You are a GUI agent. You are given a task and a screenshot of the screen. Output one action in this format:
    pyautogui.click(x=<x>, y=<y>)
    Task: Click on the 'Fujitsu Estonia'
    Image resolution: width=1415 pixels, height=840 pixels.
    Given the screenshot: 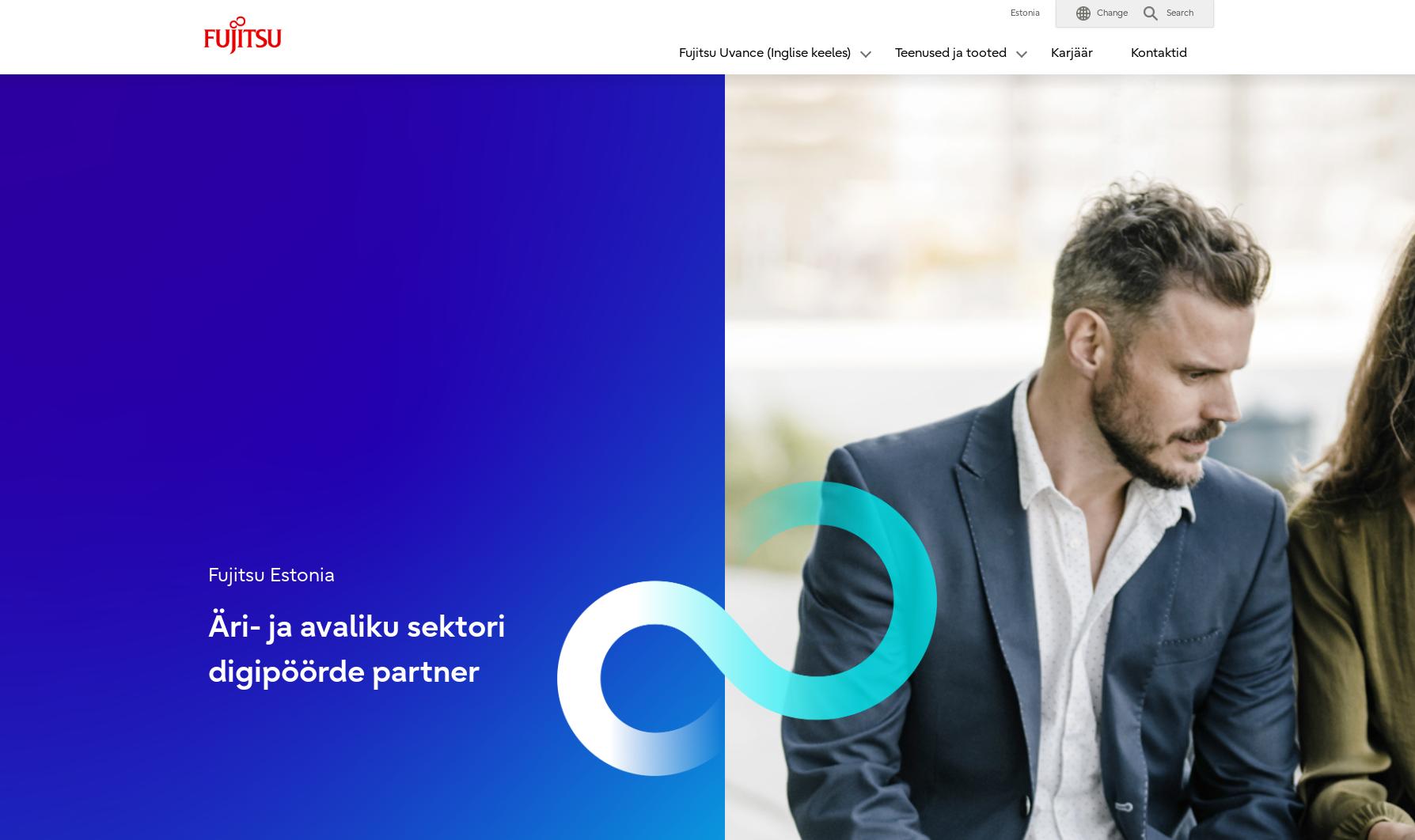 What is the action you would take?
    pyautogui.click(x=270, y=575)
    